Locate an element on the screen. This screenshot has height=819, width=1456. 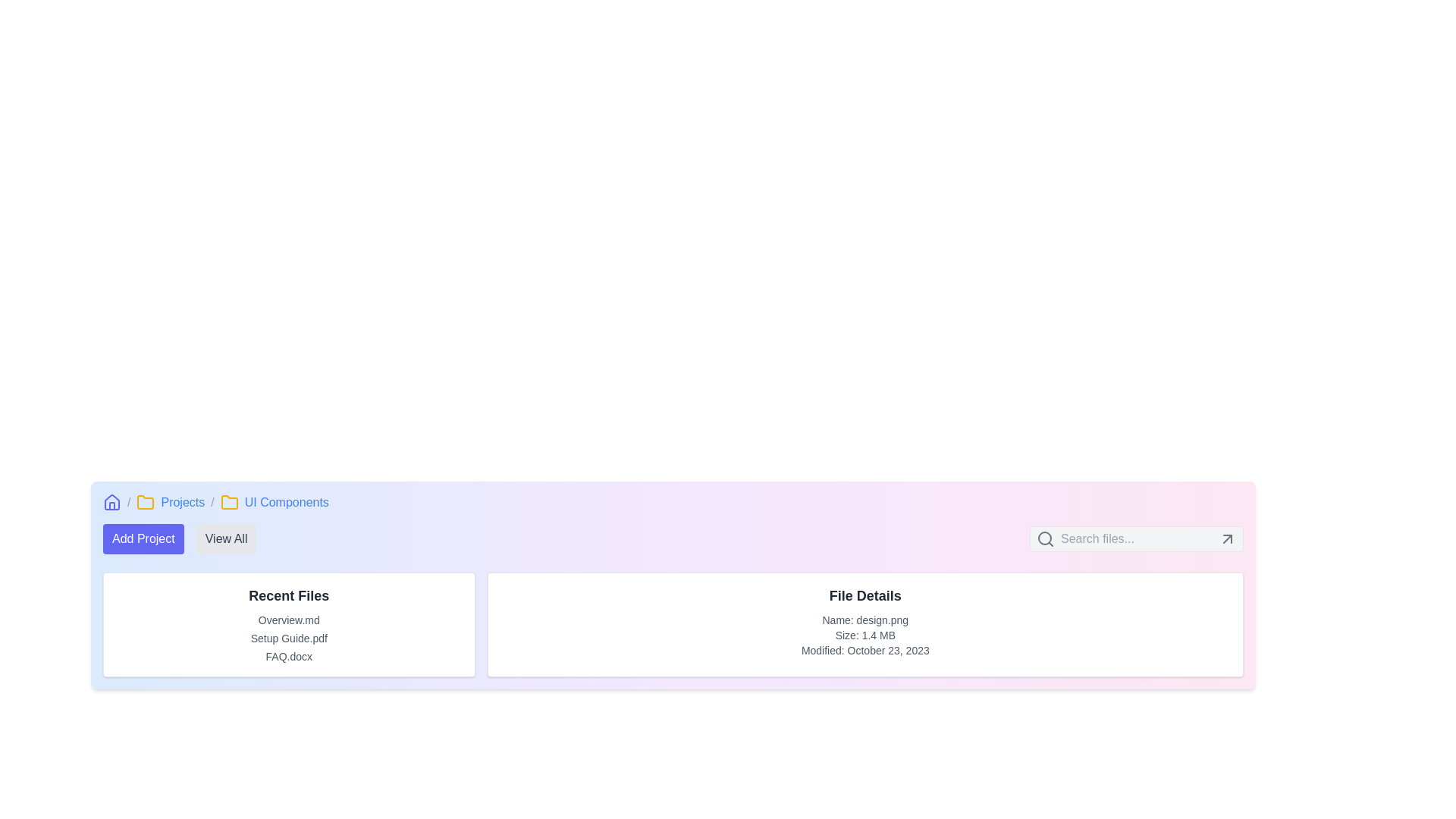
the yellow folder icon in the breadcrumb navigation, located between the '/' separator and the 'Projects' text link is located at coordinates (146, 503).